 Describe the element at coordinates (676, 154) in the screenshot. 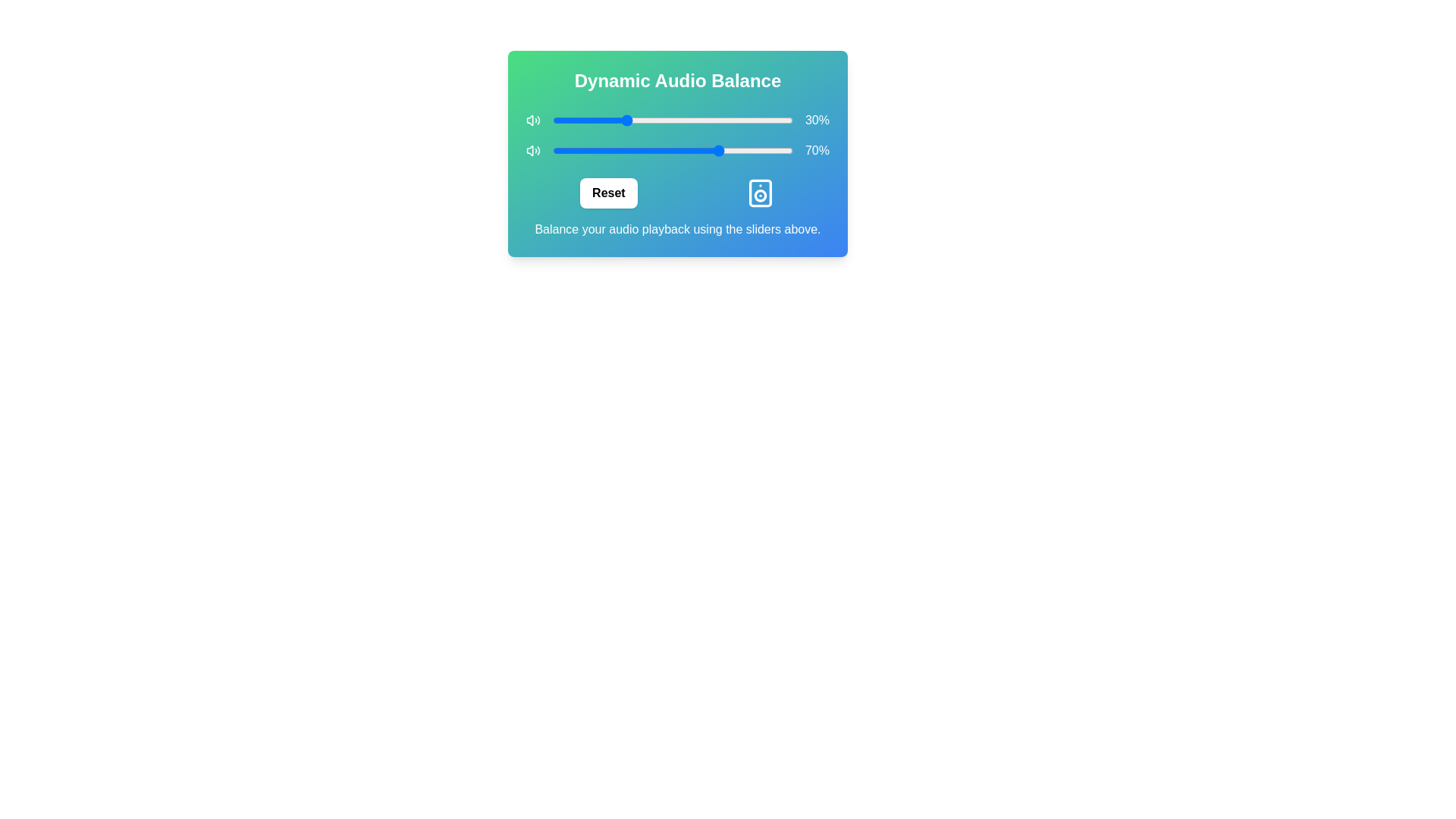

I see `the horizontal slider component, which features two sliders with percentage values (30% and 70%)` at that location.